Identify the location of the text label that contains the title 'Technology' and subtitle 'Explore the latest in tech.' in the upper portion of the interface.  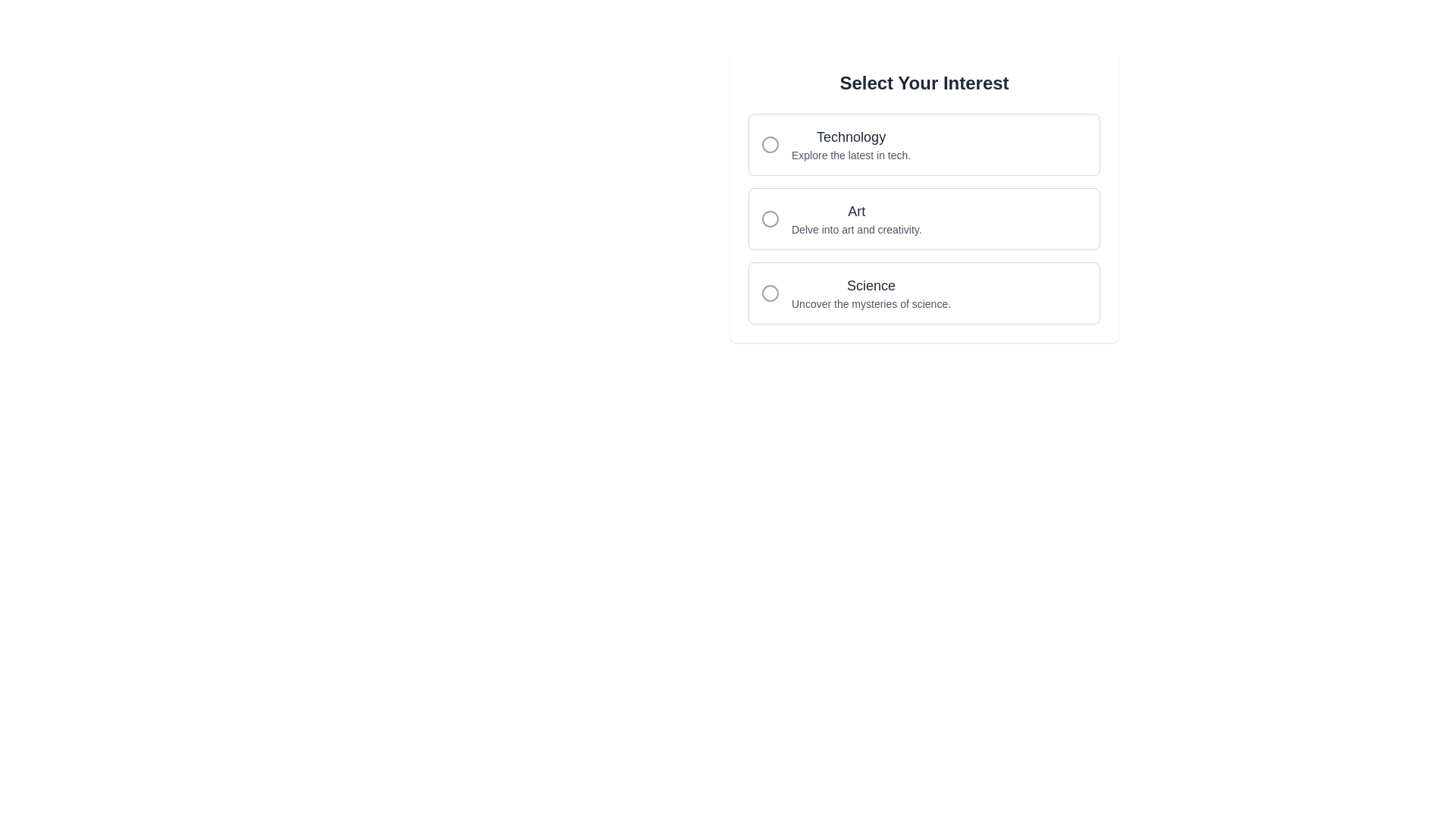
(851, 145).